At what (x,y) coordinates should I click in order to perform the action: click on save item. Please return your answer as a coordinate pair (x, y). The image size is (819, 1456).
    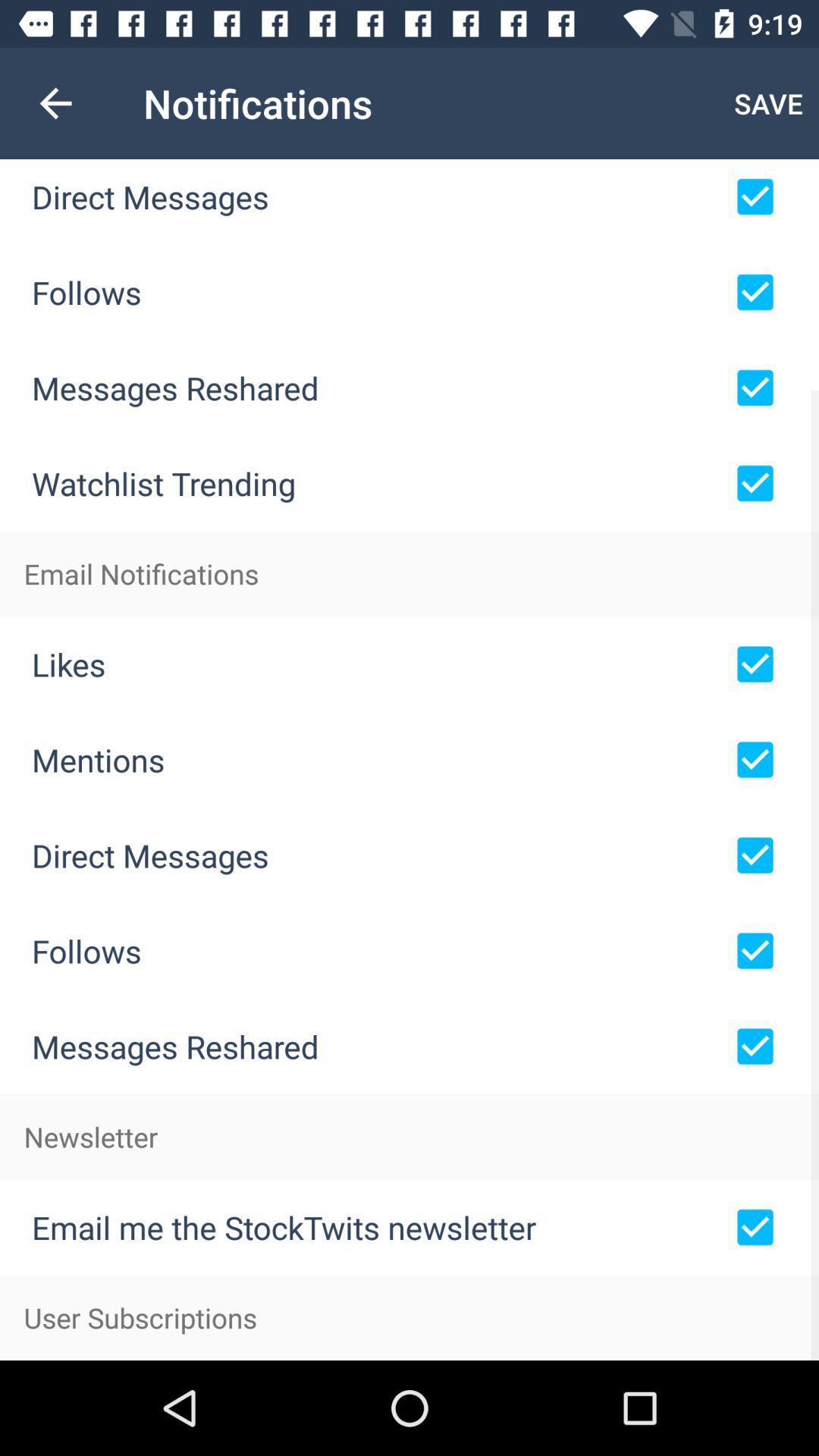
    Looking at the image, I should click on (768, 102).